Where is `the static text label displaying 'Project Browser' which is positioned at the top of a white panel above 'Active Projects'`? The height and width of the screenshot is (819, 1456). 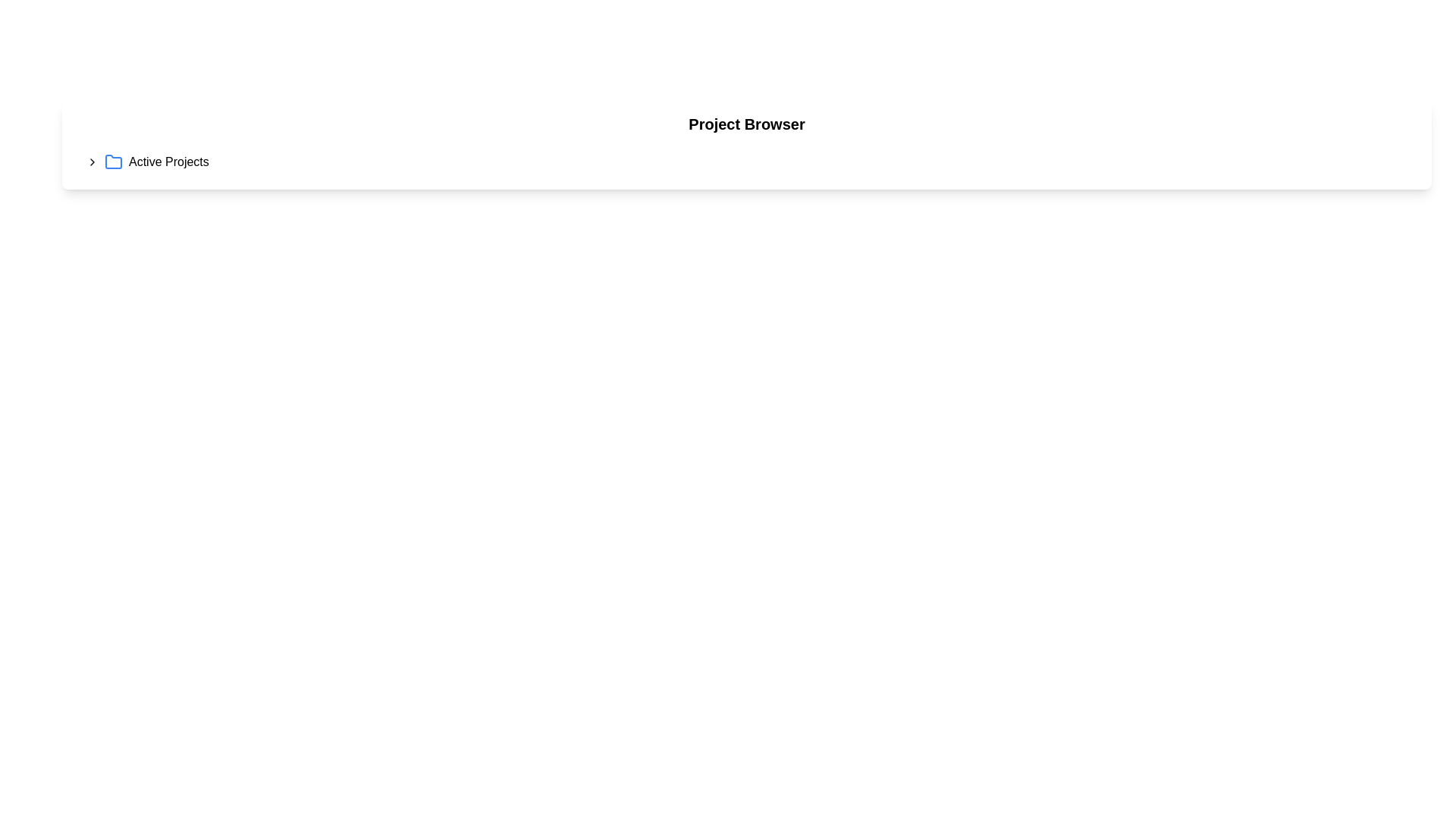 the static text label displaying 'Project Browser' which is positioned at the top of a white panel above 'Active Projects' is located at coordinates (746, 124).